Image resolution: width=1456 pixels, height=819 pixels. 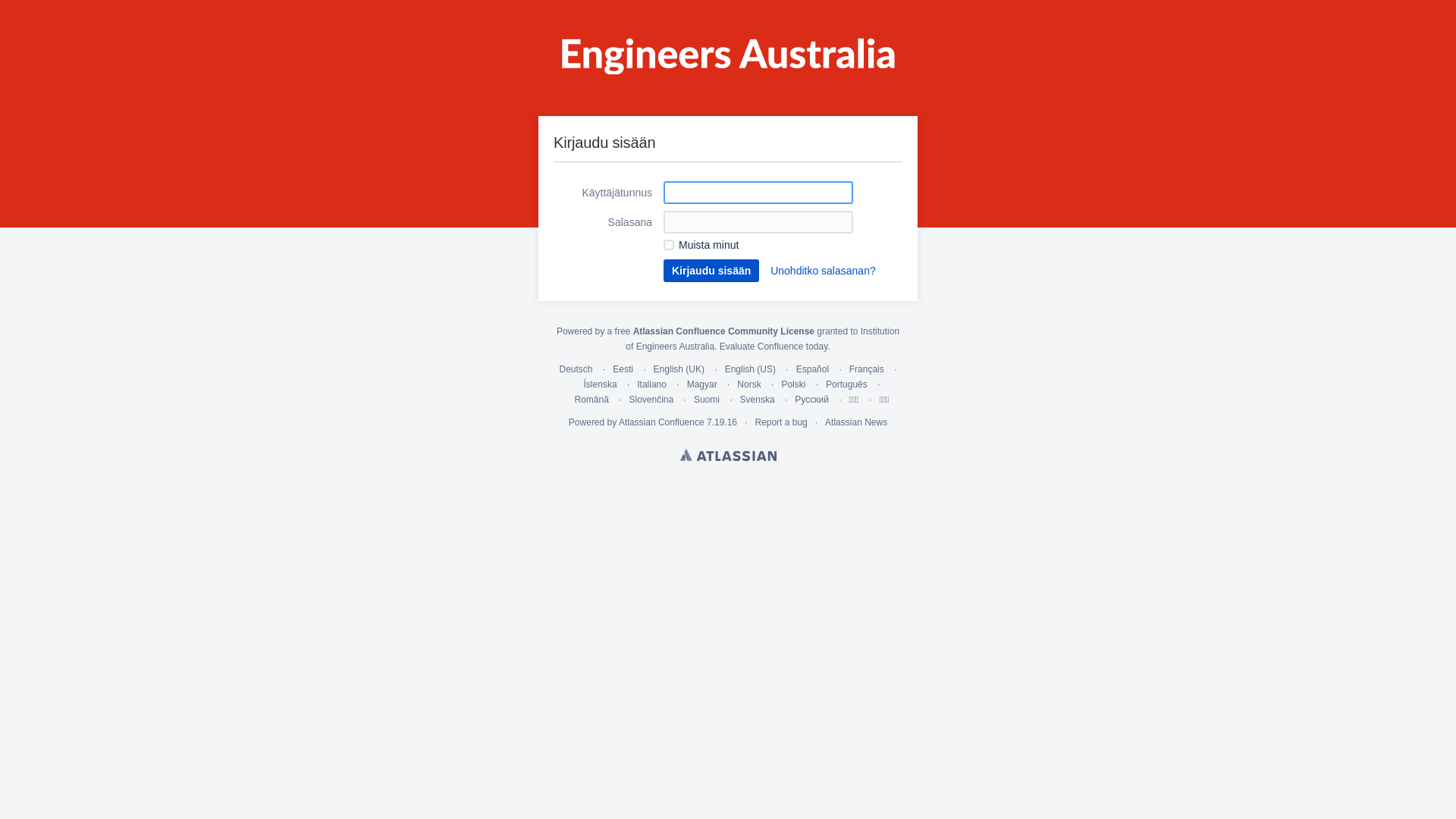 What do you see at coordinates (678, 369) in the screenshot?
I see `'English (UK)'` at bounding box center [678, 369].